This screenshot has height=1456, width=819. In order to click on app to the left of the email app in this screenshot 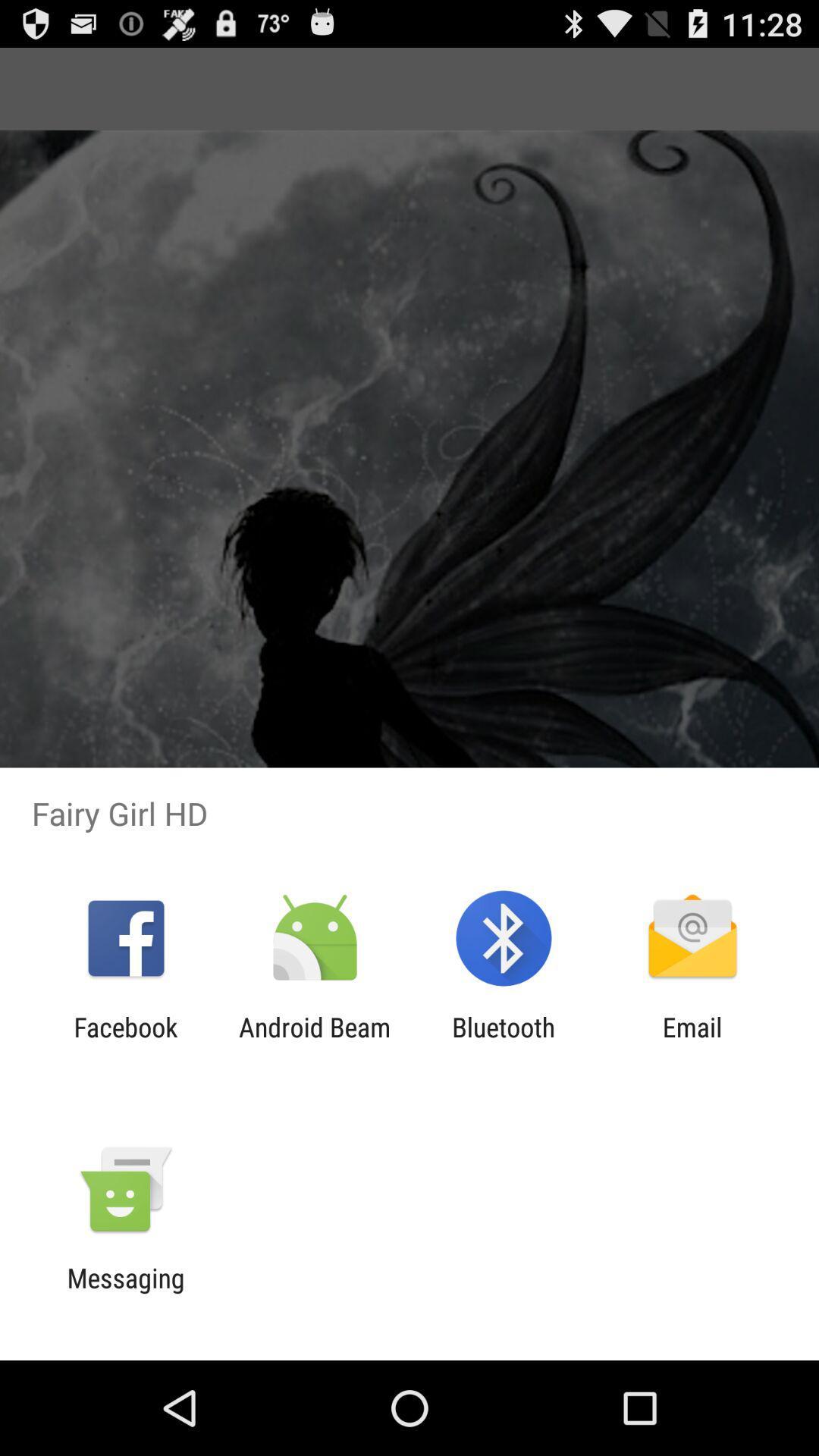, I will do `click(504, 1042)`.